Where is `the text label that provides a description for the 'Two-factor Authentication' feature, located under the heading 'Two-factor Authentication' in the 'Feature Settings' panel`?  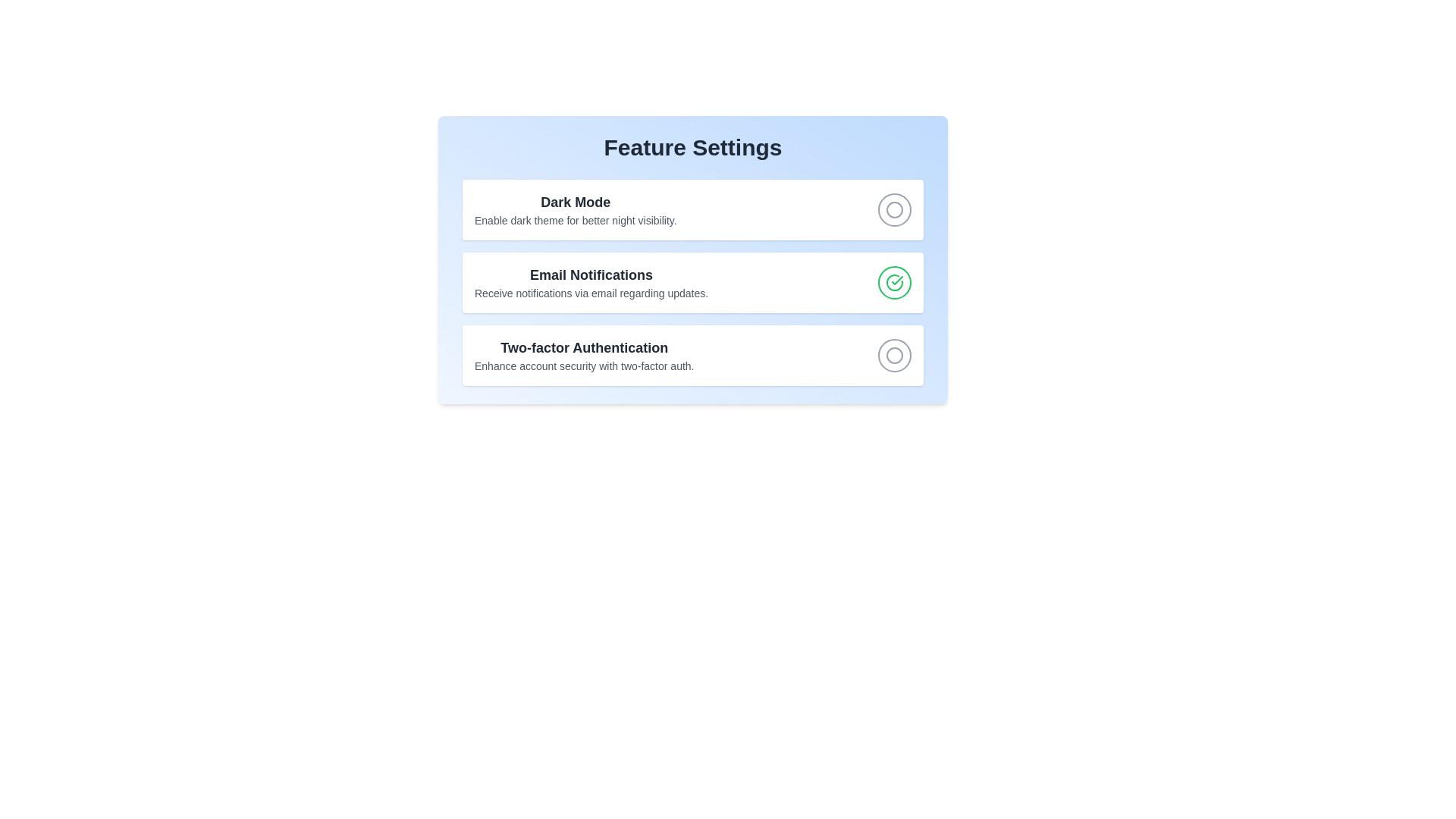 the text label that provides a description for the 'Two-factor Authentication' feature, located under the heading 'Two-factor Authentication' in the 'Feature Settings' panel is located at coordinates (583, 366).